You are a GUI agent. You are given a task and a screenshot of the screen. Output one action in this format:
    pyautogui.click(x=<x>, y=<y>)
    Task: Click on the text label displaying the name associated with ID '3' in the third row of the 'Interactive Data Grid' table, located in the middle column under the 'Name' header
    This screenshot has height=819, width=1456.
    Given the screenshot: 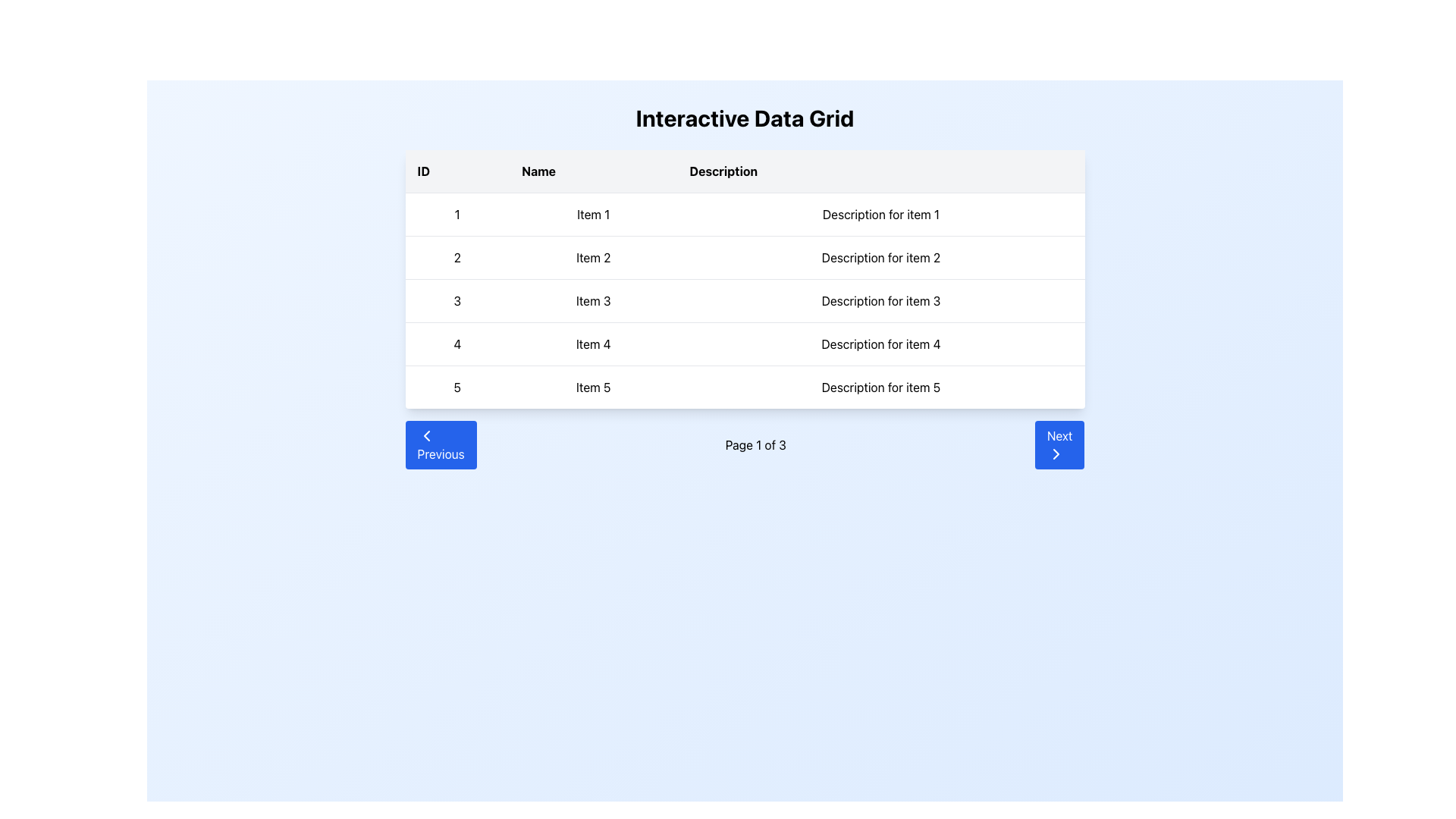 What is the action you would take?
    pyautogui.click(x=592, y=301)
    